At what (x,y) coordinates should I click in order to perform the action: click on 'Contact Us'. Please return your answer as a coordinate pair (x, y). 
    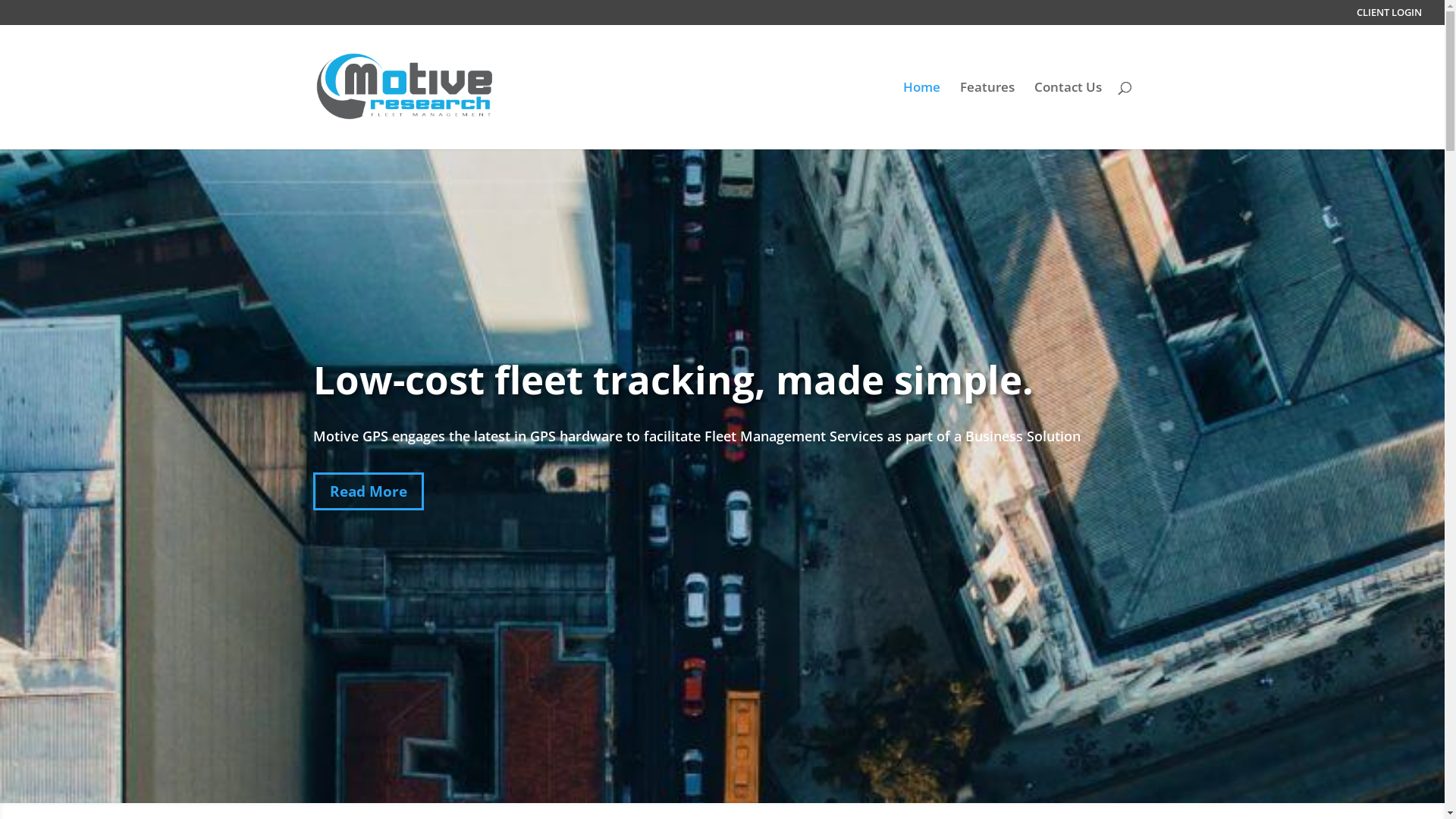
    Looking at the image, I should click on (1033, 115).